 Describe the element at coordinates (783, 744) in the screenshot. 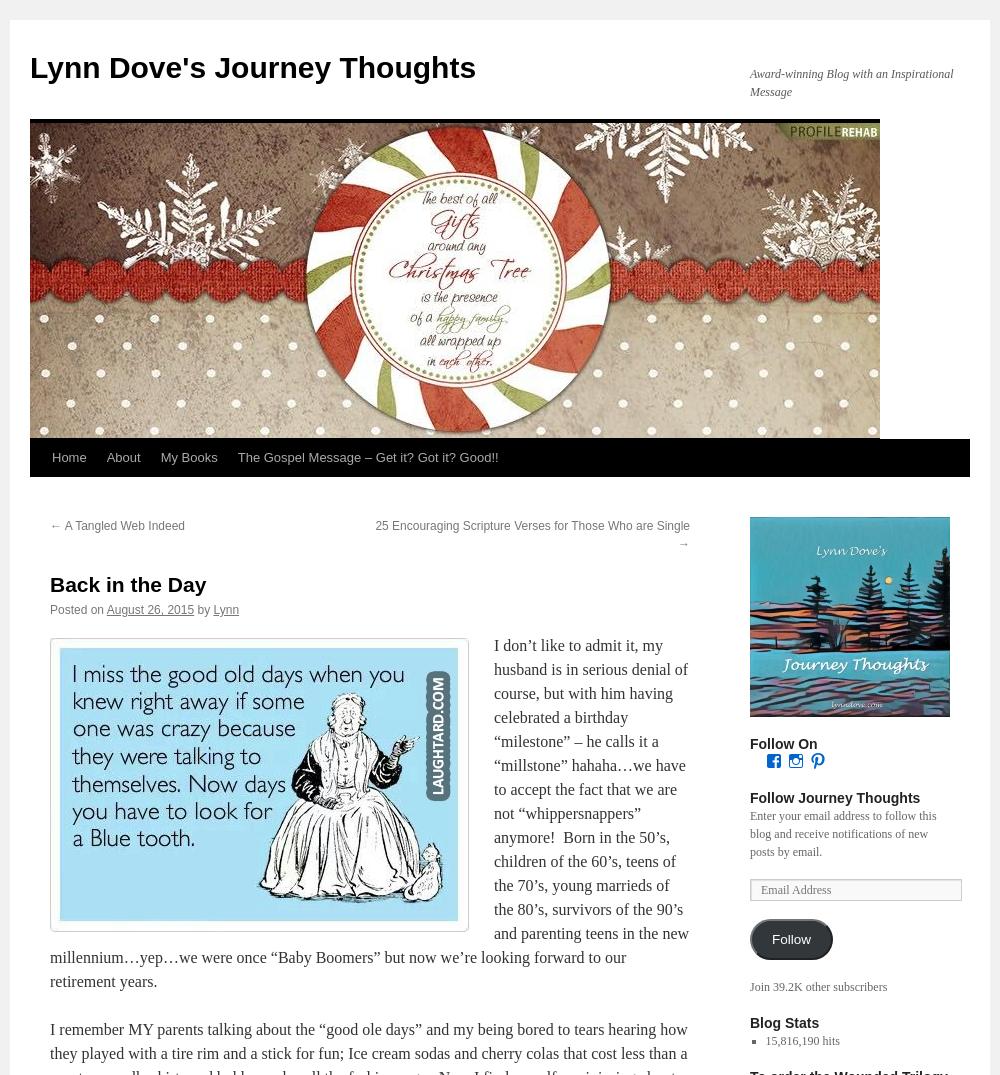

I see `'Follow On'` at that location.